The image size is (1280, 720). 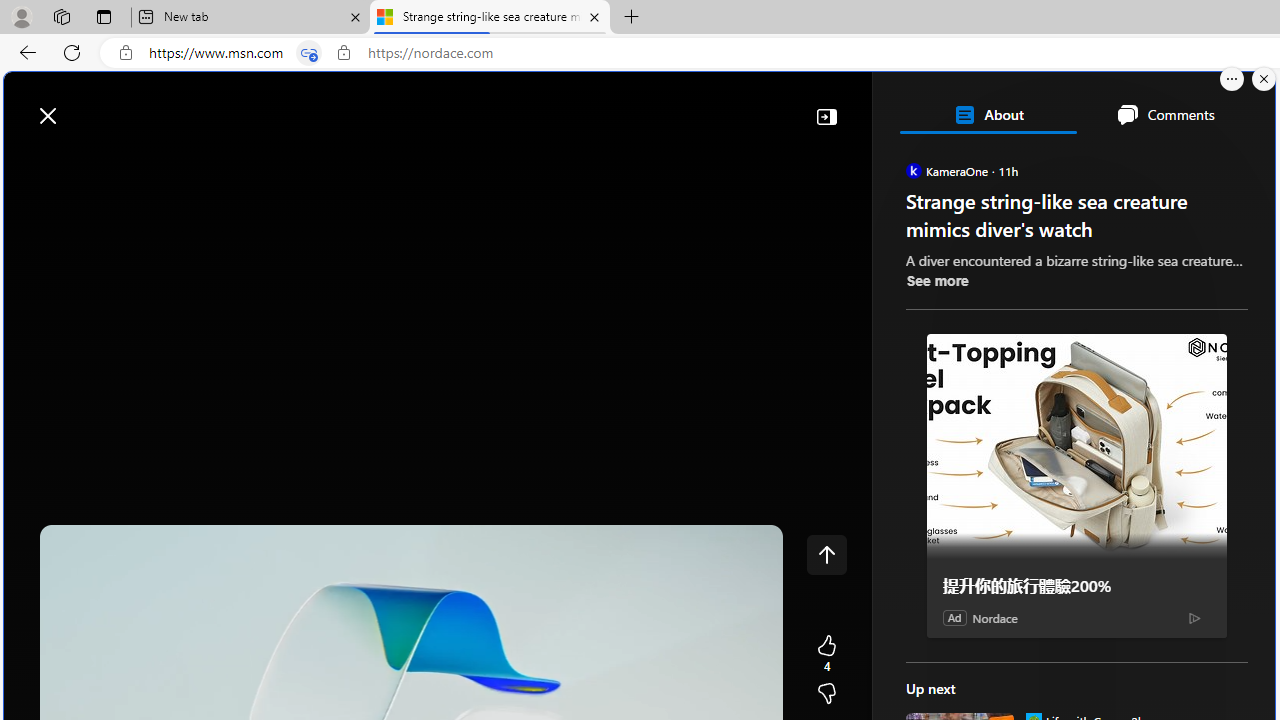 I want to click on 'Refresh', so click(x=72, y=51).